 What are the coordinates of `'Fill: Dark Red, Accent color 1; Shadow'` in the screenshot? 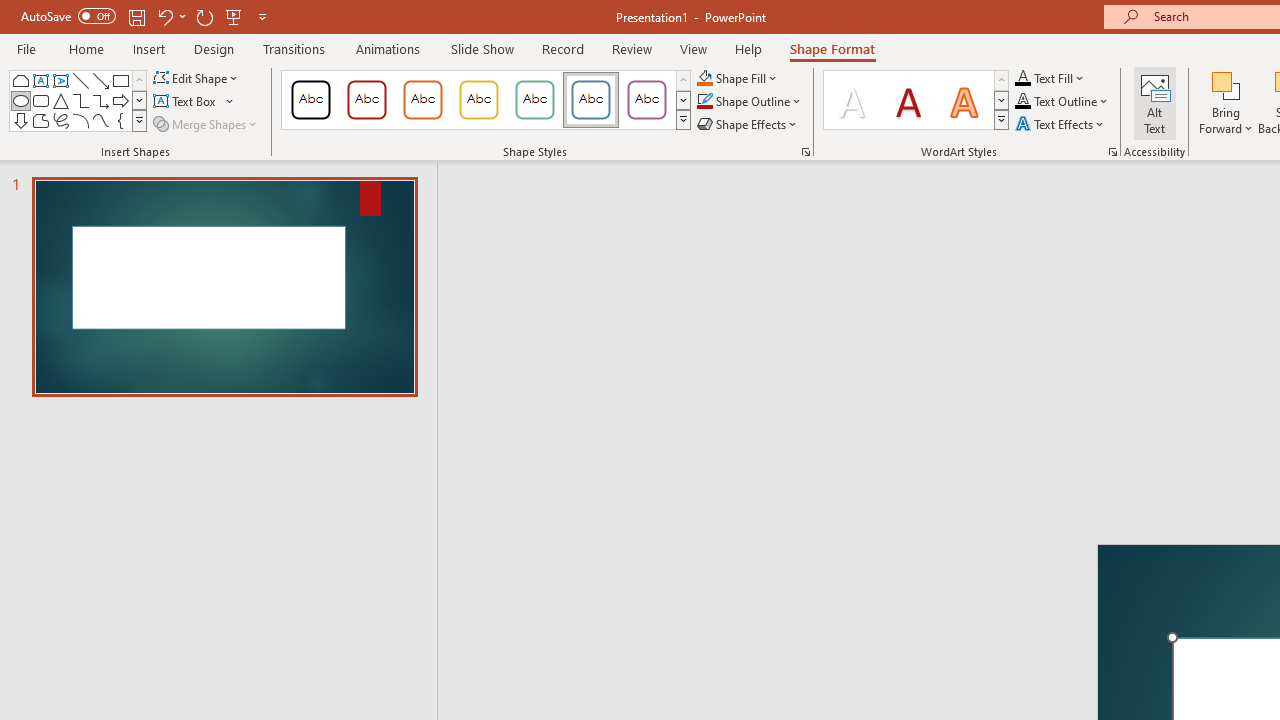 It's located at (907, 100).